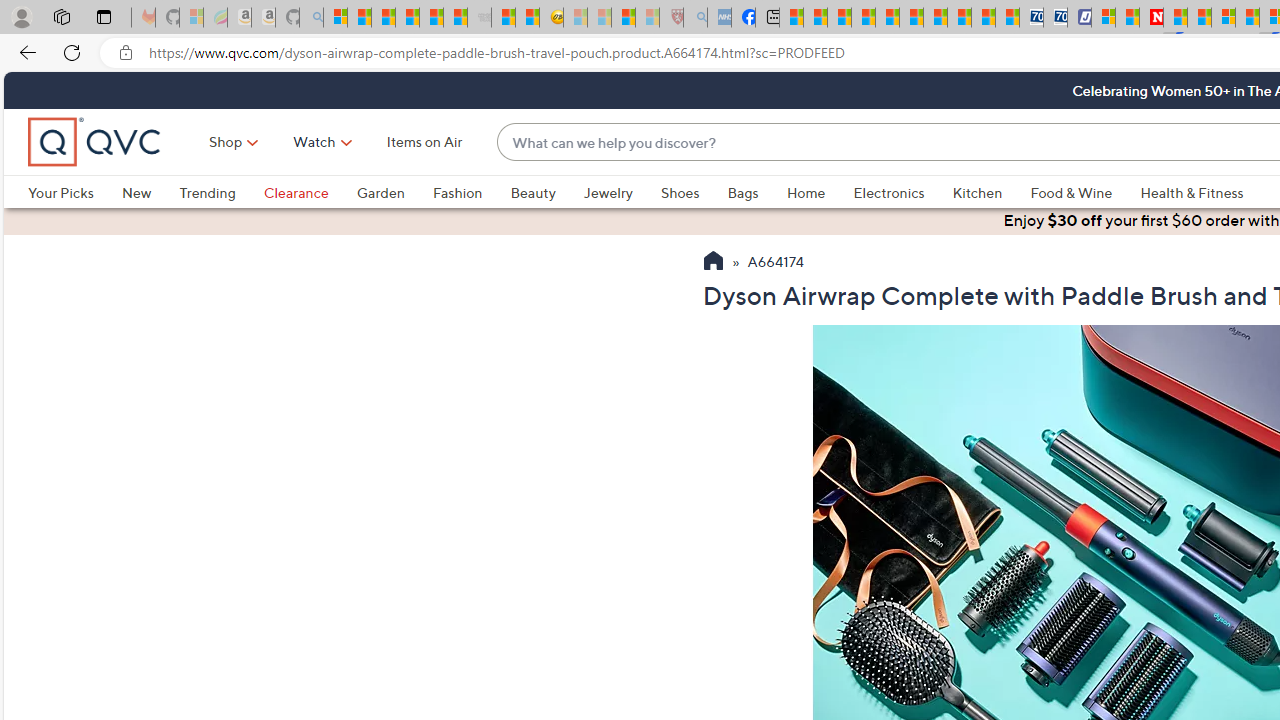 This screenshot has width=1280, height=720. I want to click on 'Electronics', so click(902, 192).